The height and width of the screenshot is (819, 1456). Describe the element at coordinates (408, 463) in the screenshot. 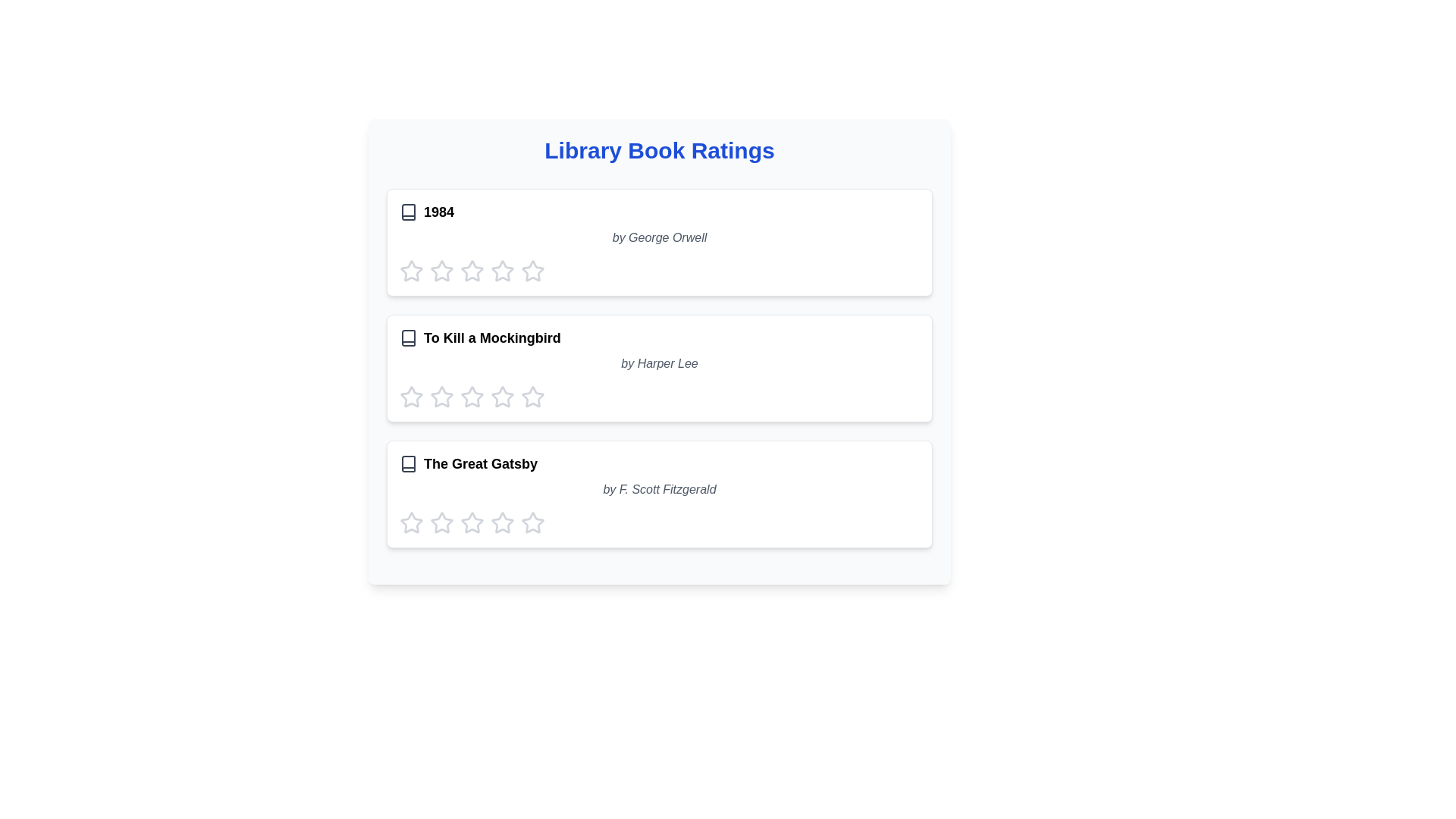

I see `the decorative SVG graphic icon that symbolizes the book content, located to the left of the text 'The Great Gatsby' within the last card in the vertical list of books` at that location.